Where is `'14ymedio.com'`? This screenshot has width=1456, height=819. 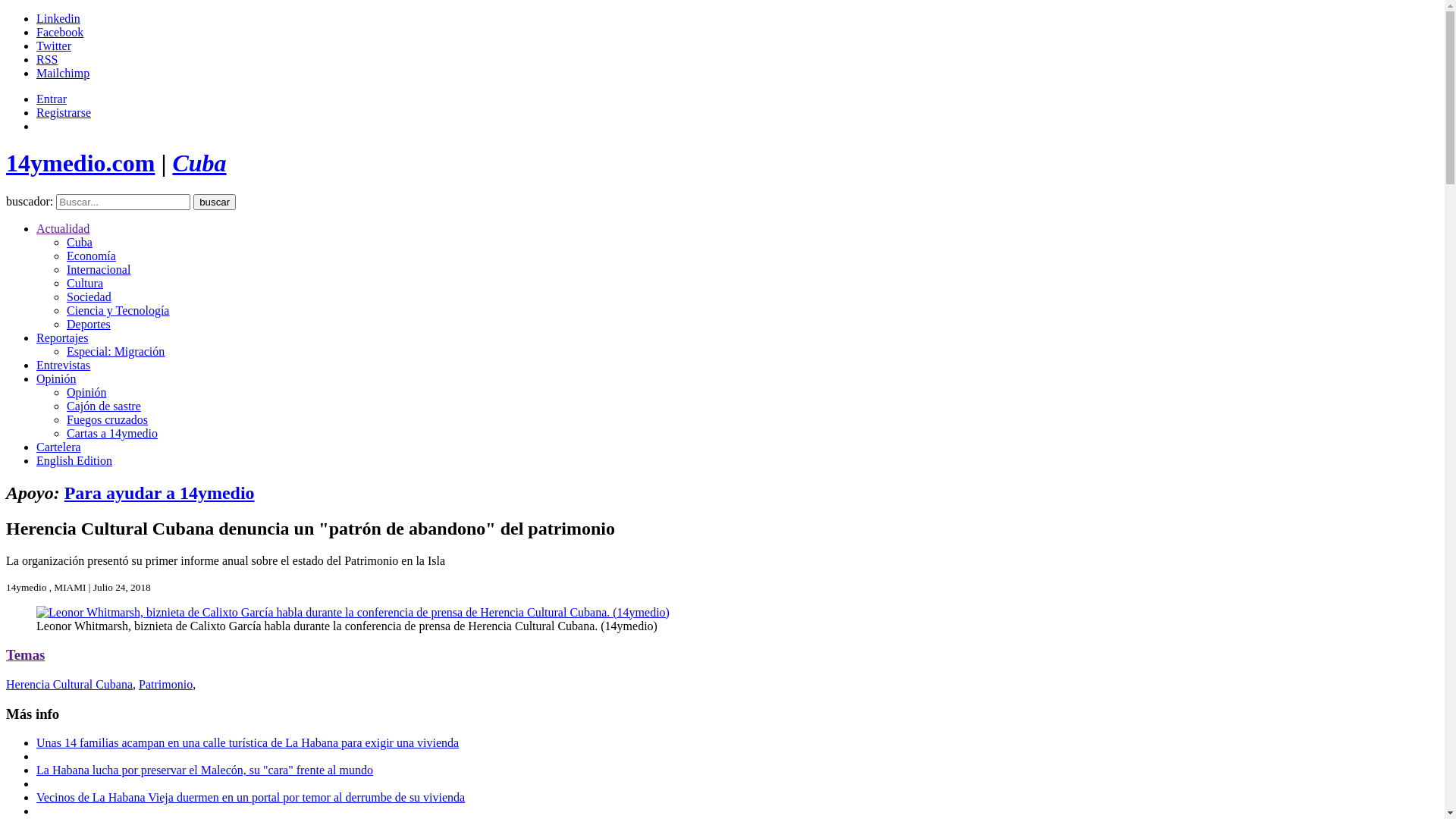
'14ymedio.com' is located at coordinates (79, 163).